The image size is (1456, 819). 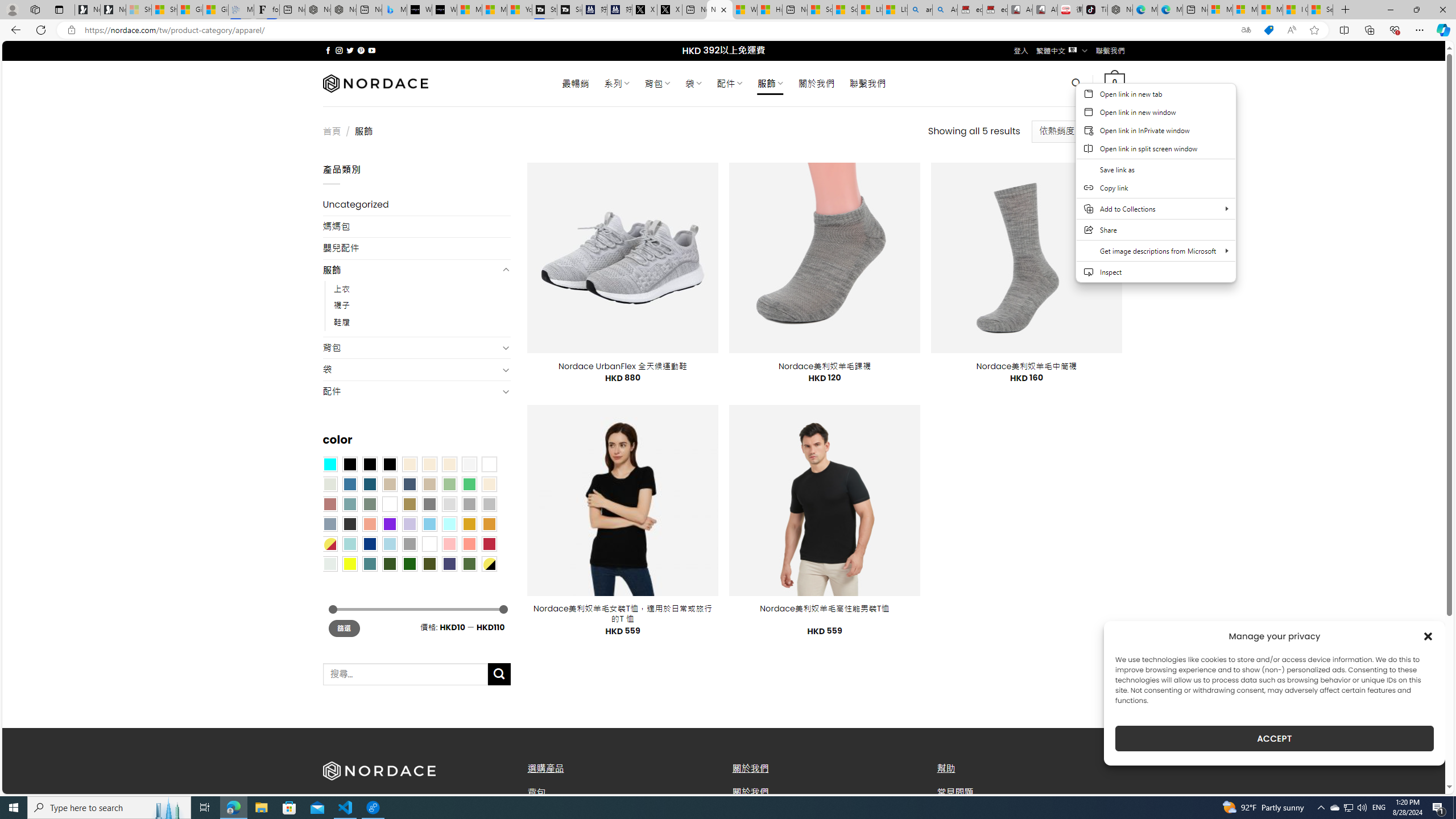 I want to click on 'Add to Collections', so click(x=1155, y=209).